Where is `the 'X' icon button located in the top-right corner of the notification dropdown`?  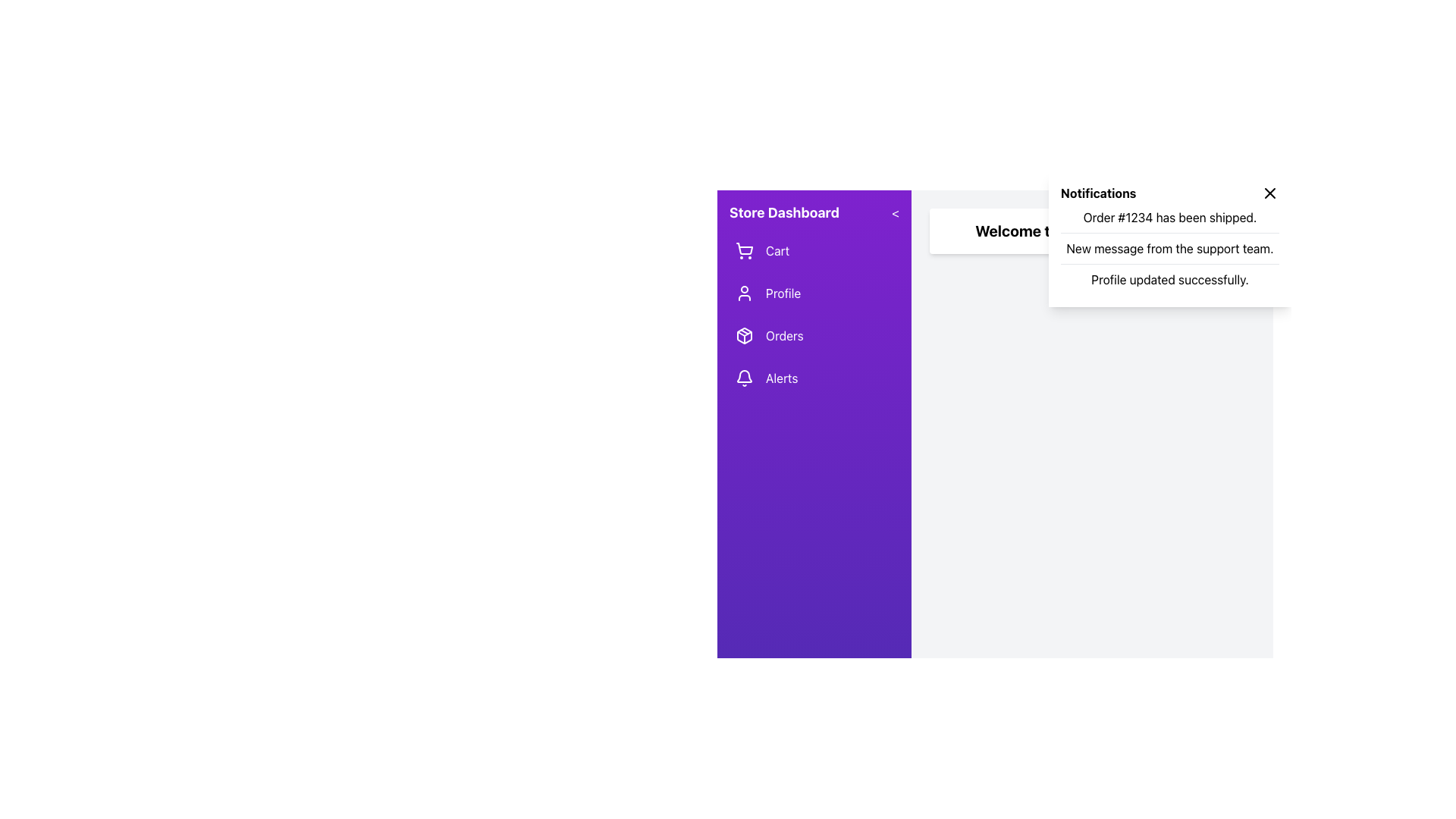 the 'X' icon button located in the top-right corner of the notification dropdown is located at coordinates (1270, 192).